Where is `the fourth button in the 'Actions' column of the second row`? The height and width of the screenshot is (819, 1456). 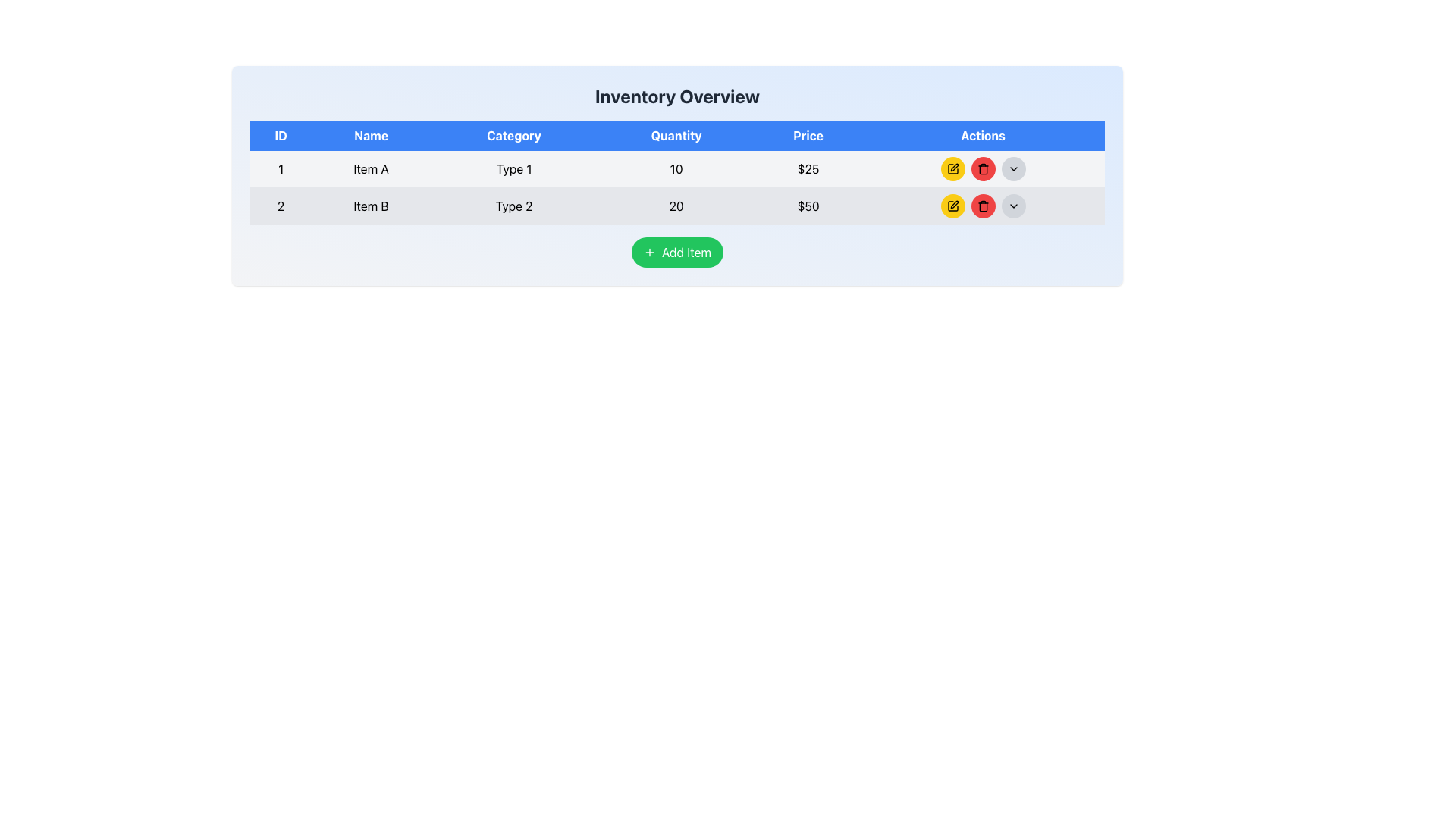 the fourth button in the 'Actions' column of the second row is located at coordinates (1012, 169).